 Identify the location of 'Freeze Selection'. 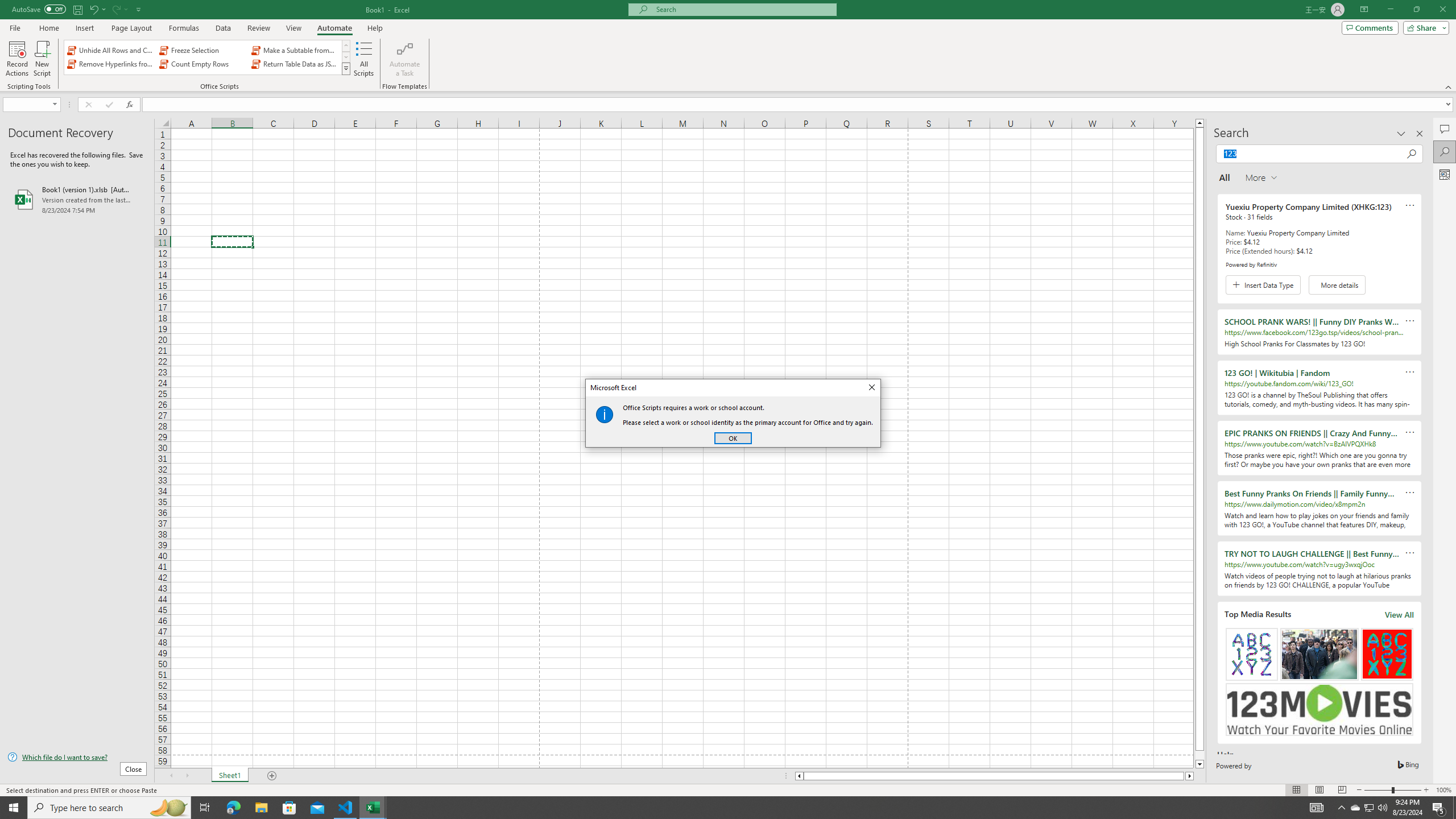
(202, 50).